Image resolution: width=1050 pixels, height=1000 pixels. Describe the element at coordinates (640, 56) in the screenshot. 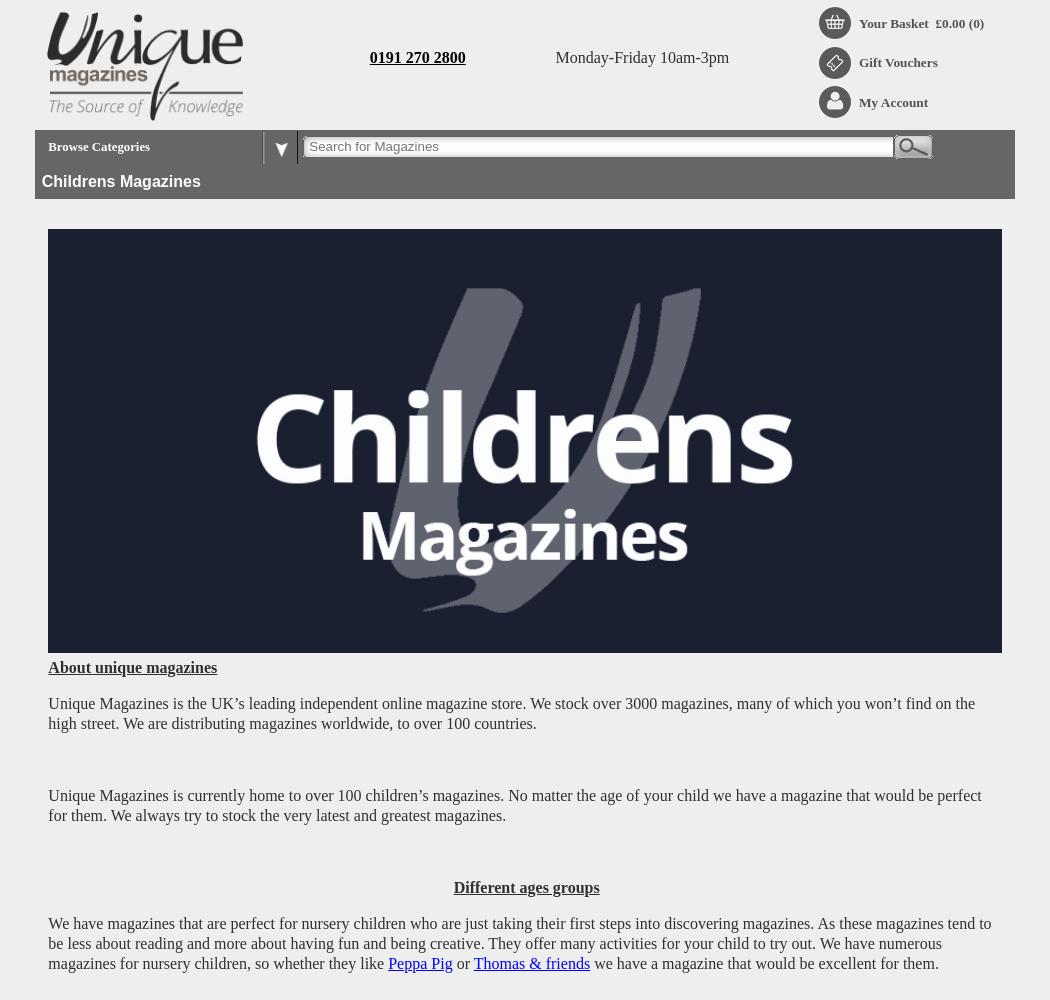

I see `'Monday-Friday 10am-3pm'` at that location.